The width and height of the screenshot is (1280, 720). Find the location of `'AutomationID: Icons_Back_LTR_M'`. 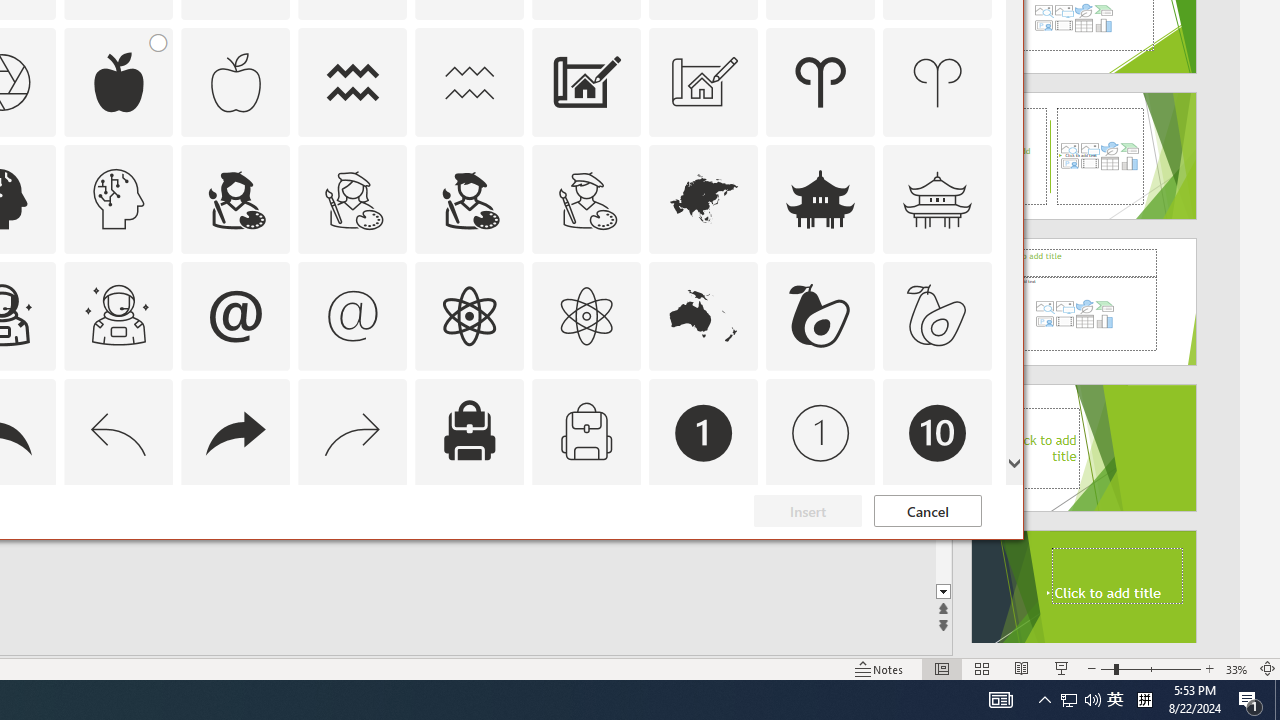

'AutomationID: Icons_Back_LTR_M' is located at coordinates (118, 431).